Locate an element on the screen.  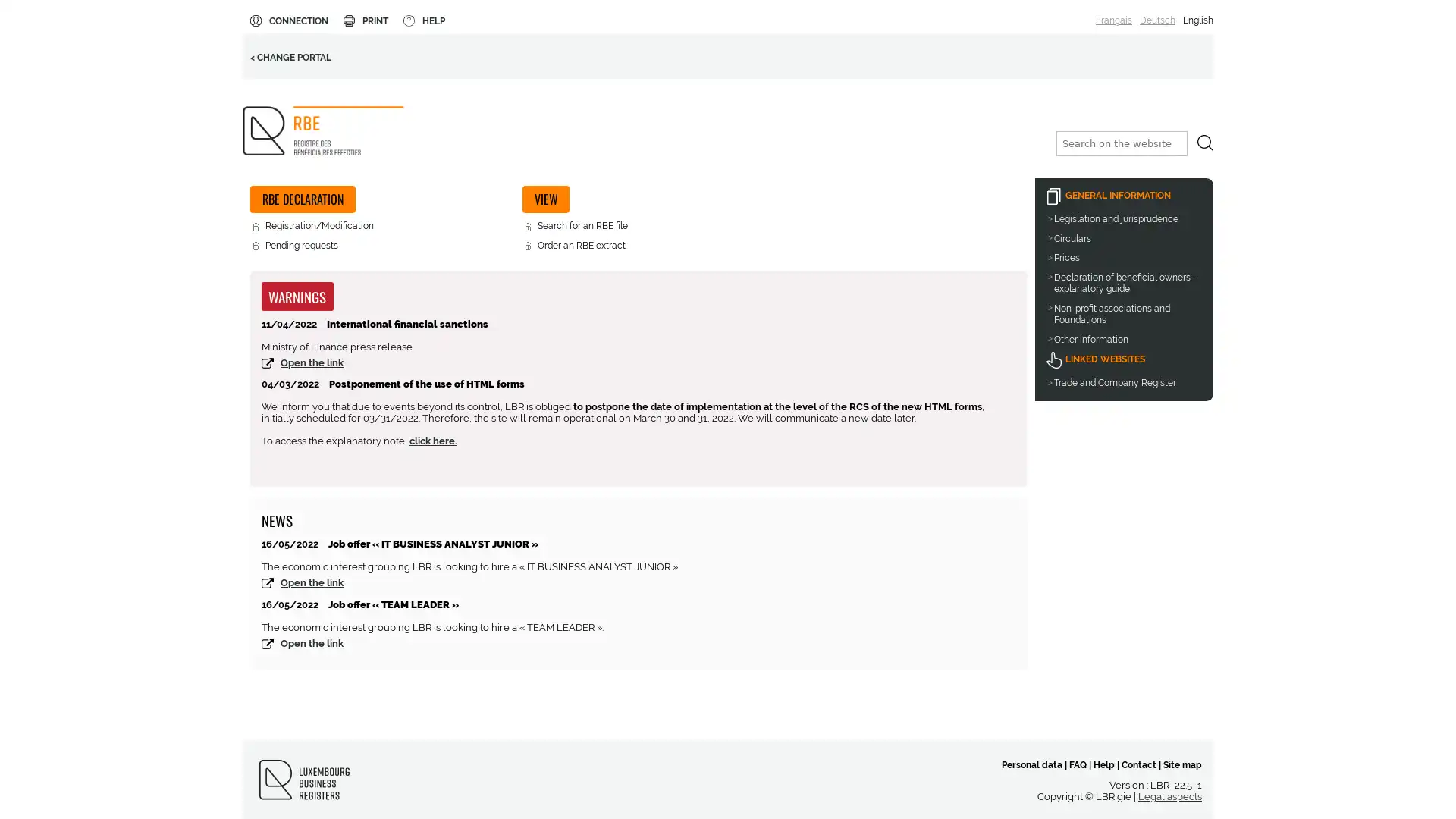
Start search is located at coordinates (1204, 143).